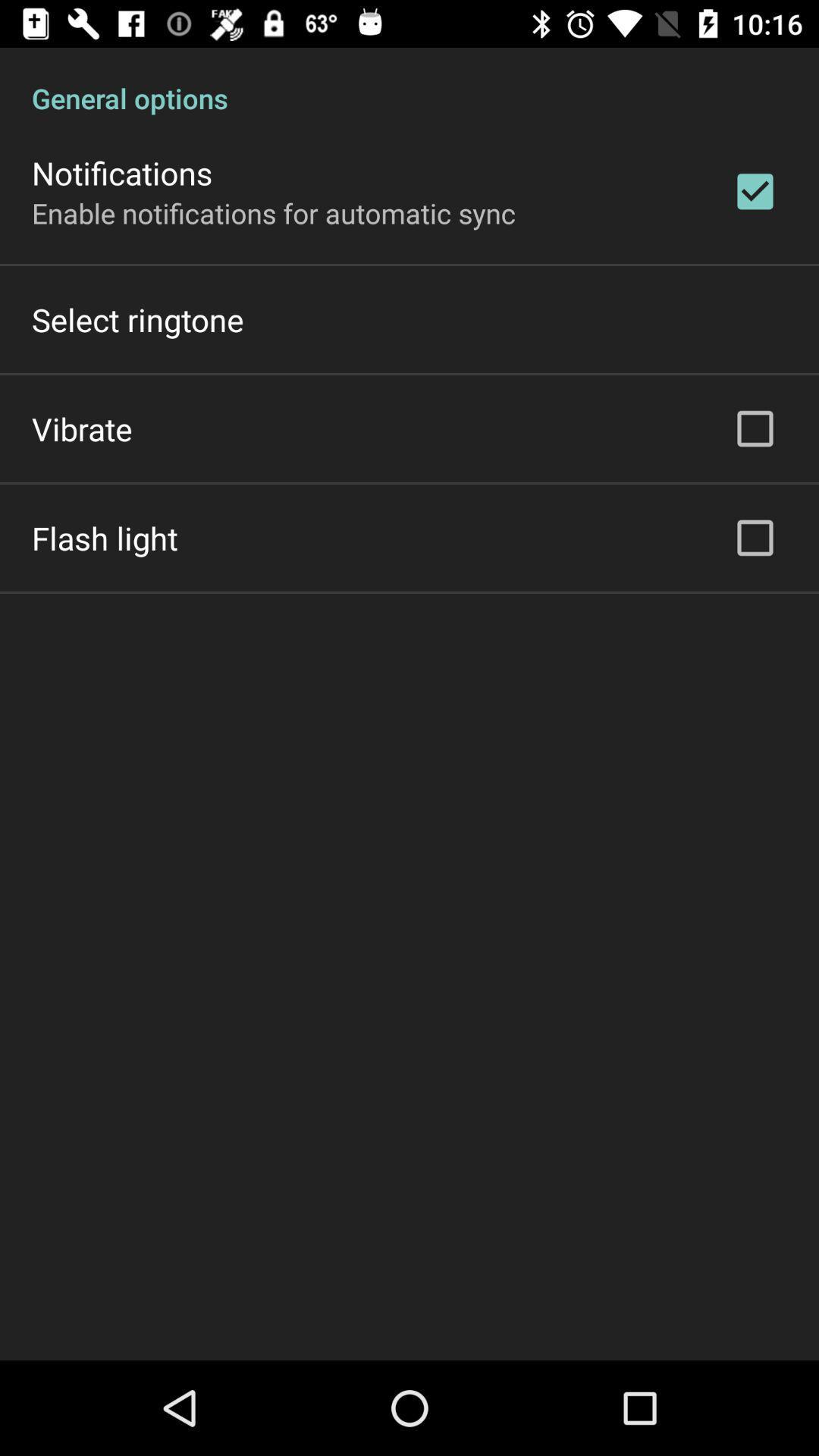  What do you see at coordinates (137, 318) in the screenshot?
I see `select ringtone item` at bounding box center [137, 318].